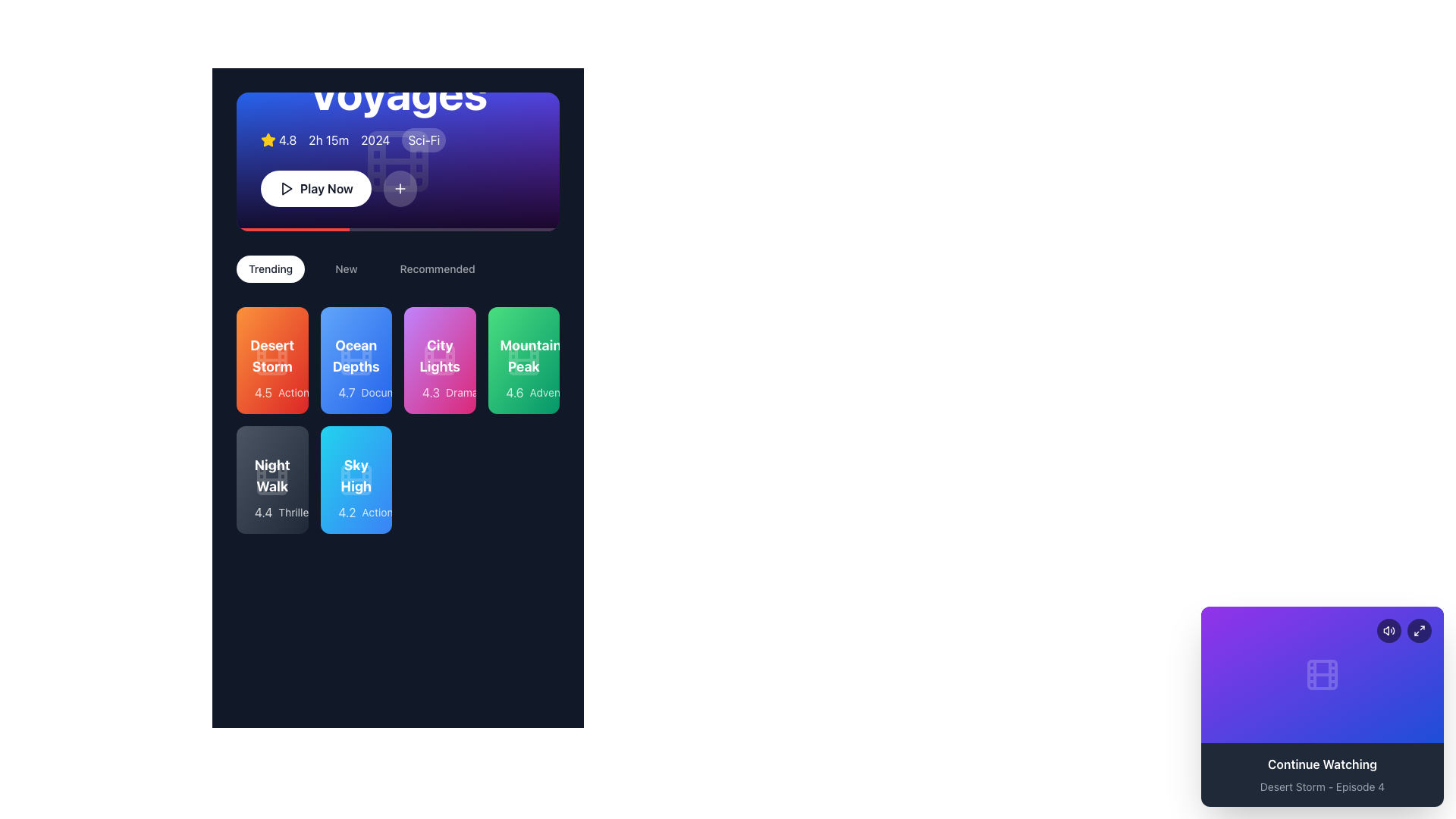 The width and height of the screenshot is (1456, 819). I want to click on the text label displaying the duration of a media item, located between the rating '4.8' and the year '2024', near the top-left corner of the main content area, so click(328, 140).